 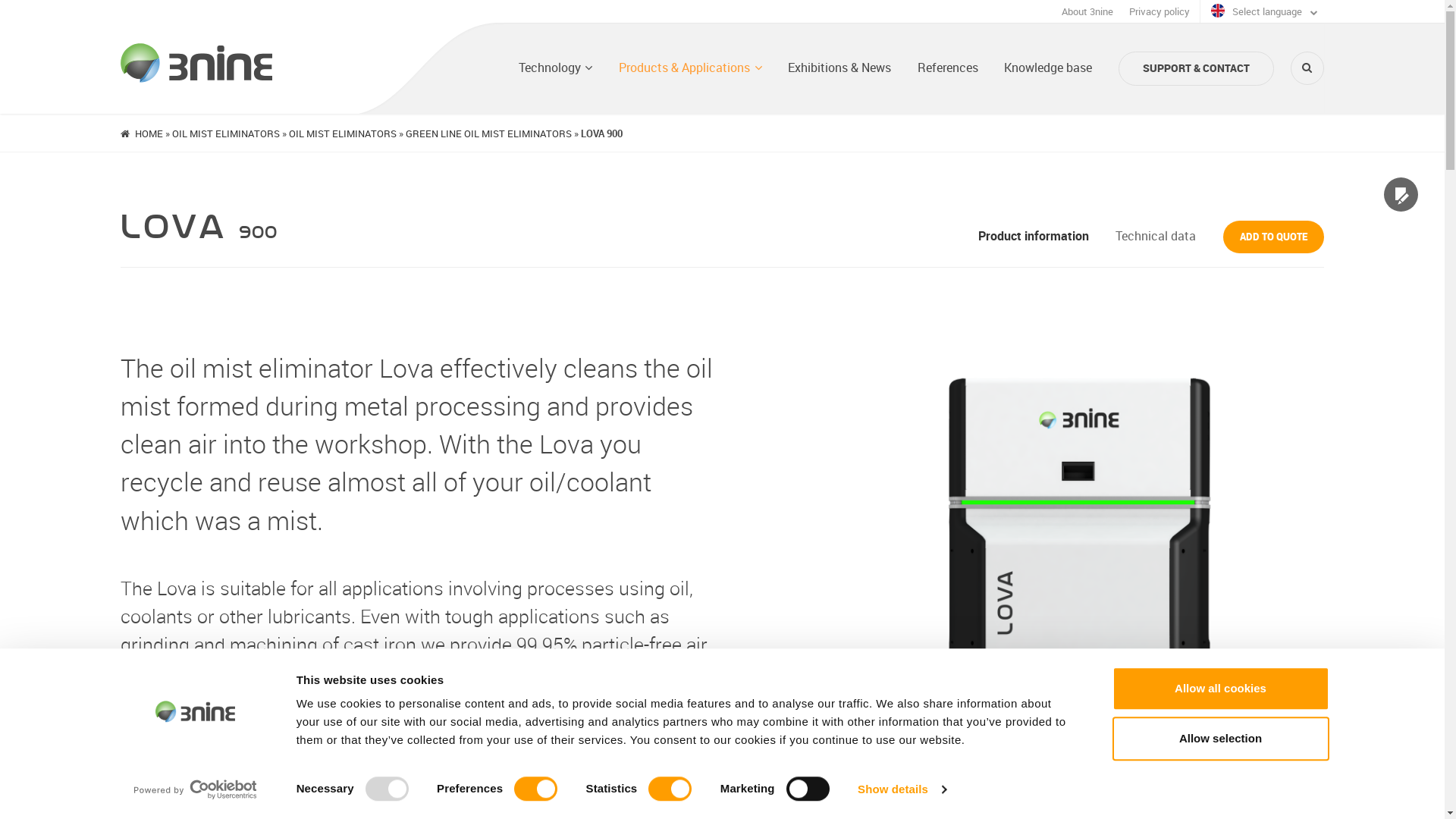 I want to click on 'References', so click(x=946, y=67).